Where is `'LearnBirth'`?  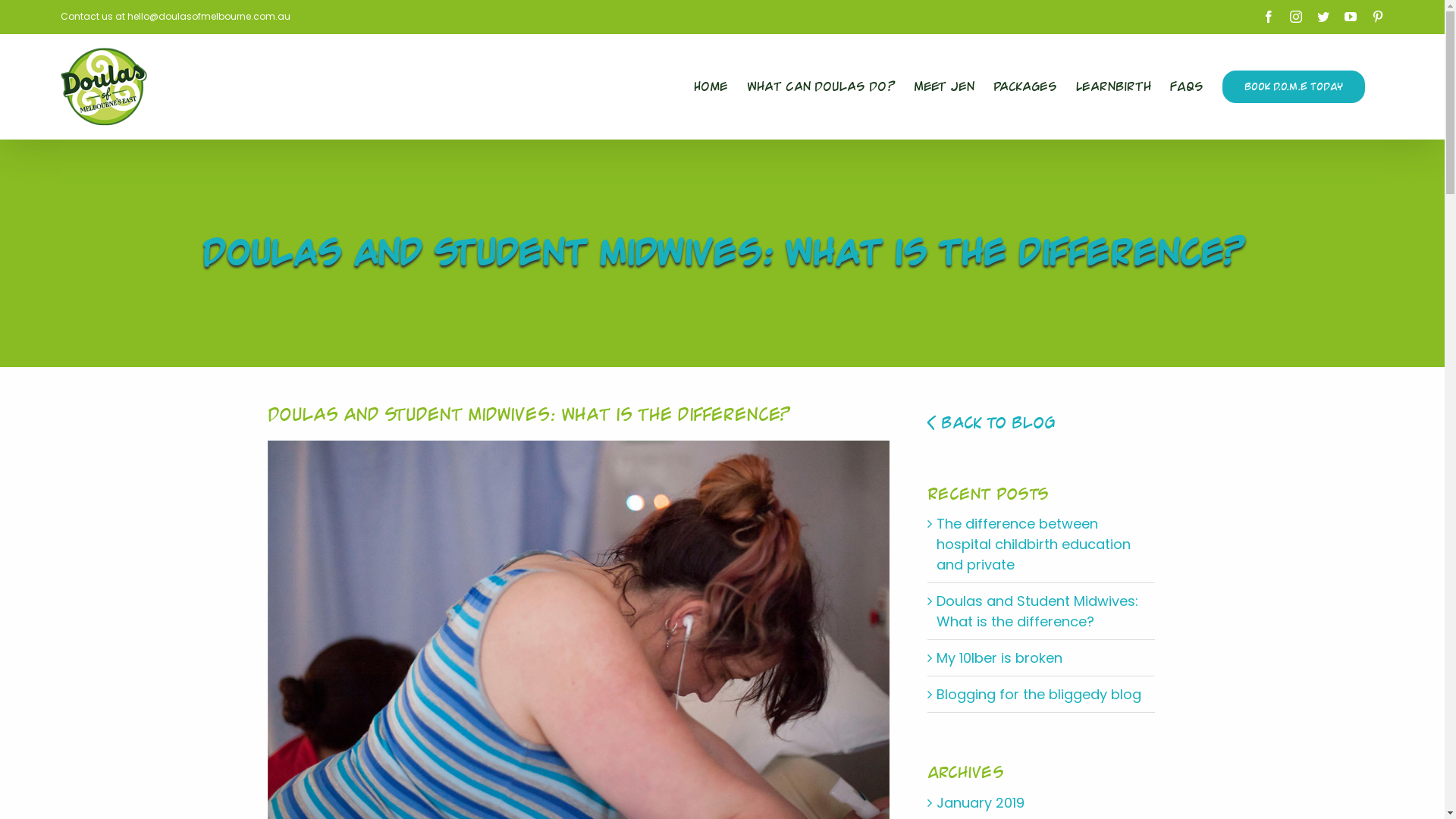 'LearnBirth' is located at coordinates (1113, 86).